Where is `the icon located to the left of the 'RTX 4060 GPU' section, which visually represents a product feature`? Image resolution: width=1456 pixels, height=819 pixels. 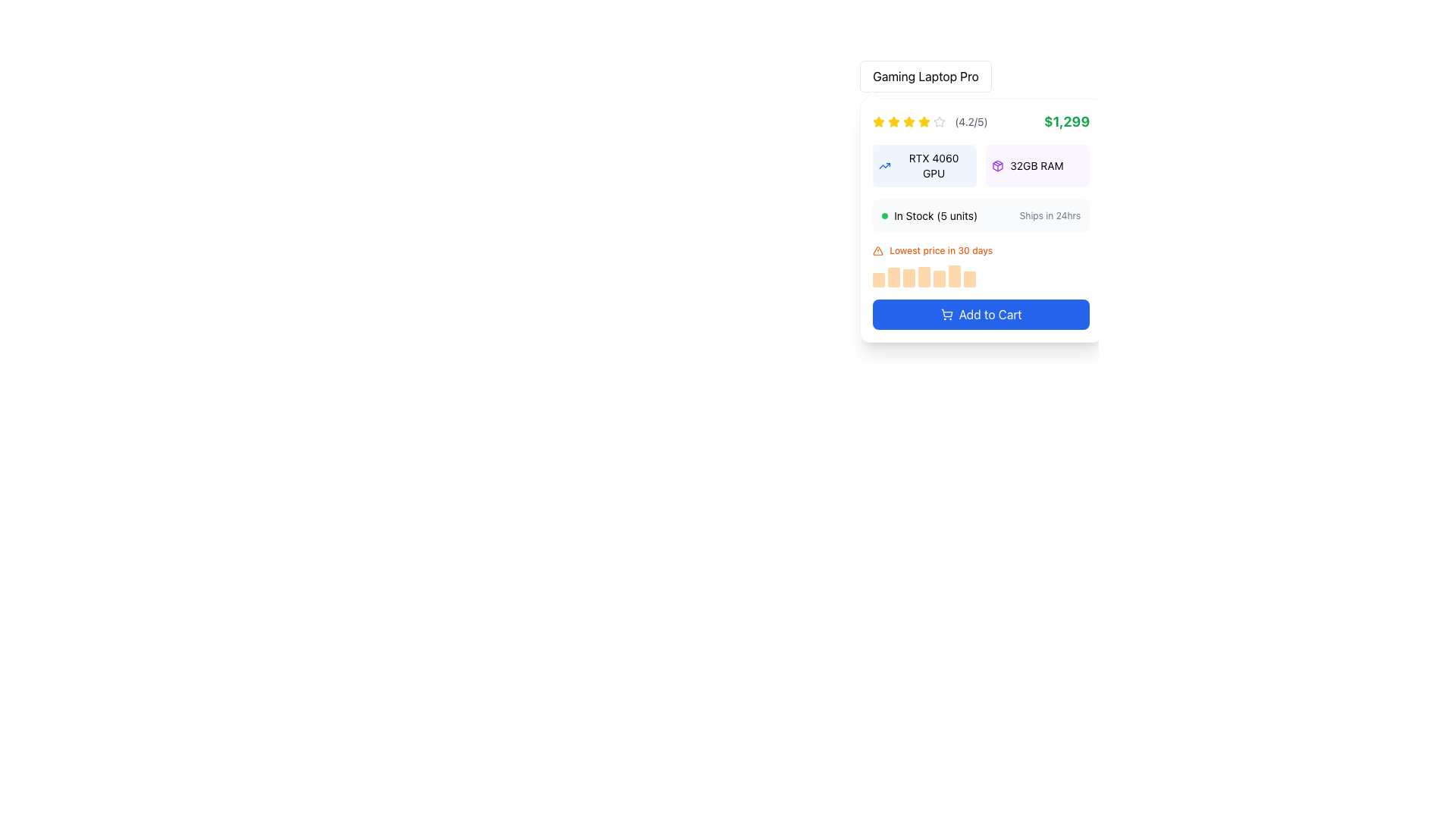 the icon located to the left of the 'RTX 4060 GPU' section, which visually represents a product feature is located at coordinates (885, 166).